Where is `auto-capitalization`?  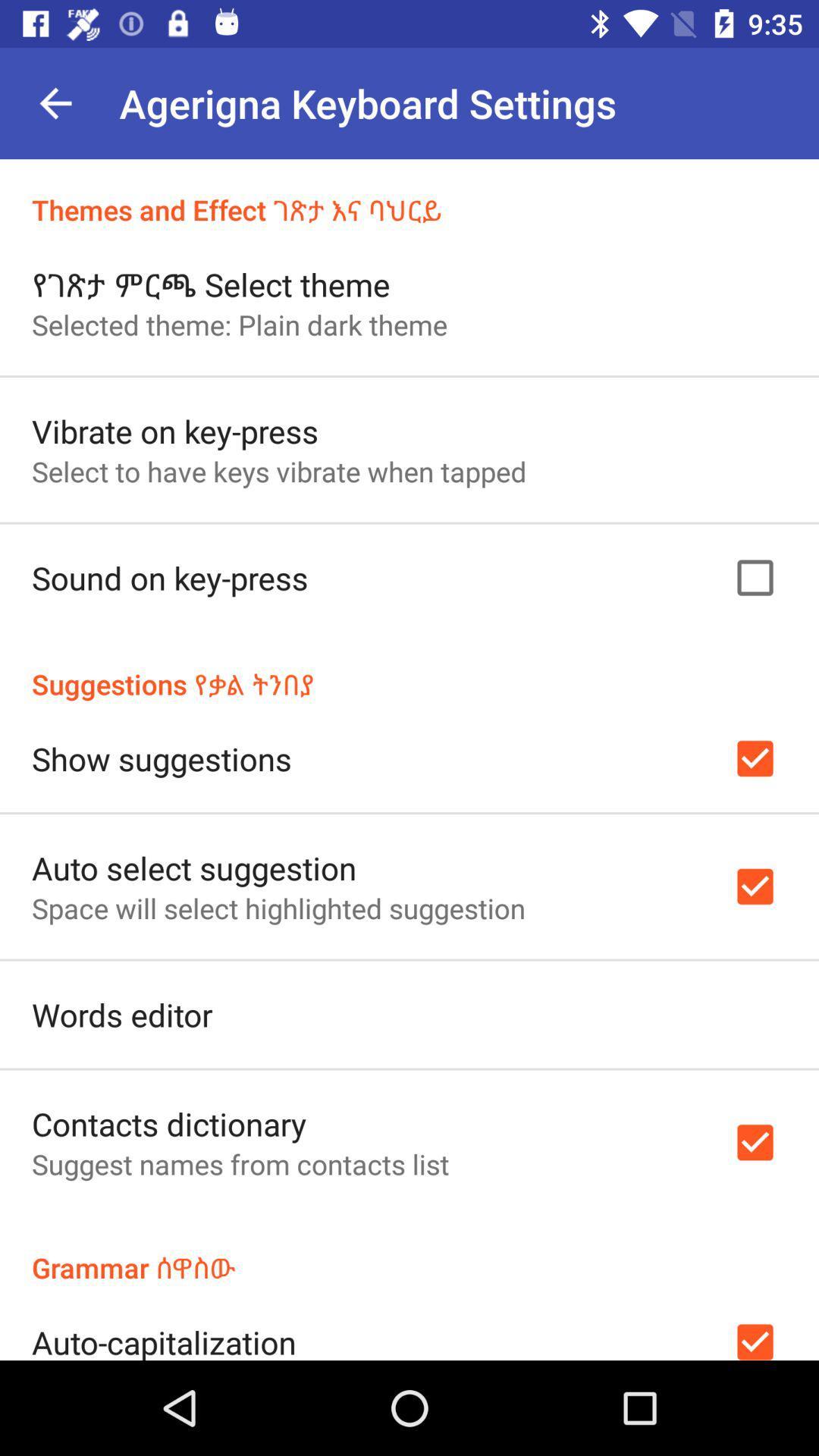 auto-capitalization is located at coordinates (164, 1340).